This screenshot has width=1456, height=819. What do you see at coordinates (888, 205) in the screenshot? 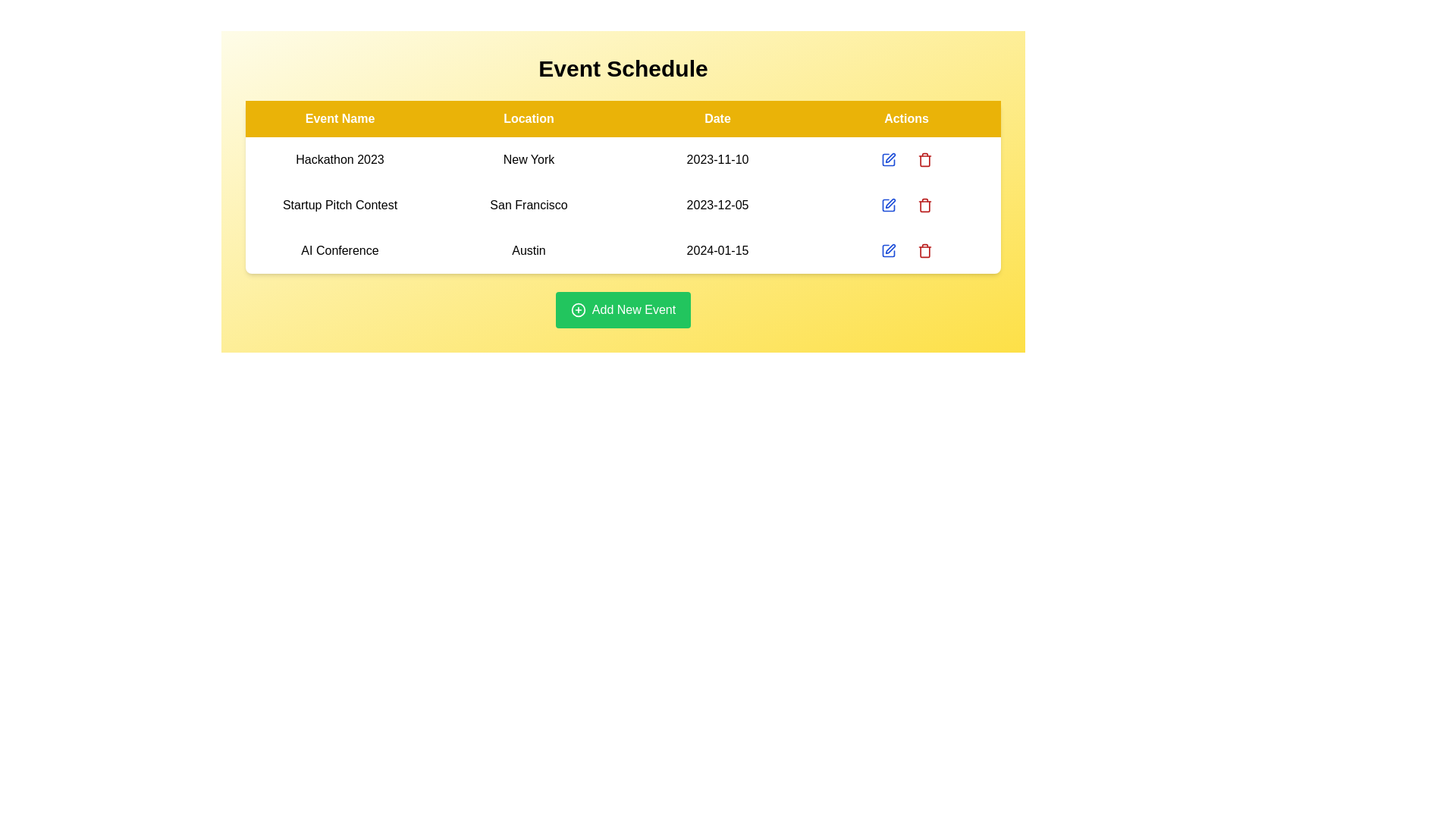
I see `the edit button for the event Startup Pitch Contest` at bounding box center [888, 205].